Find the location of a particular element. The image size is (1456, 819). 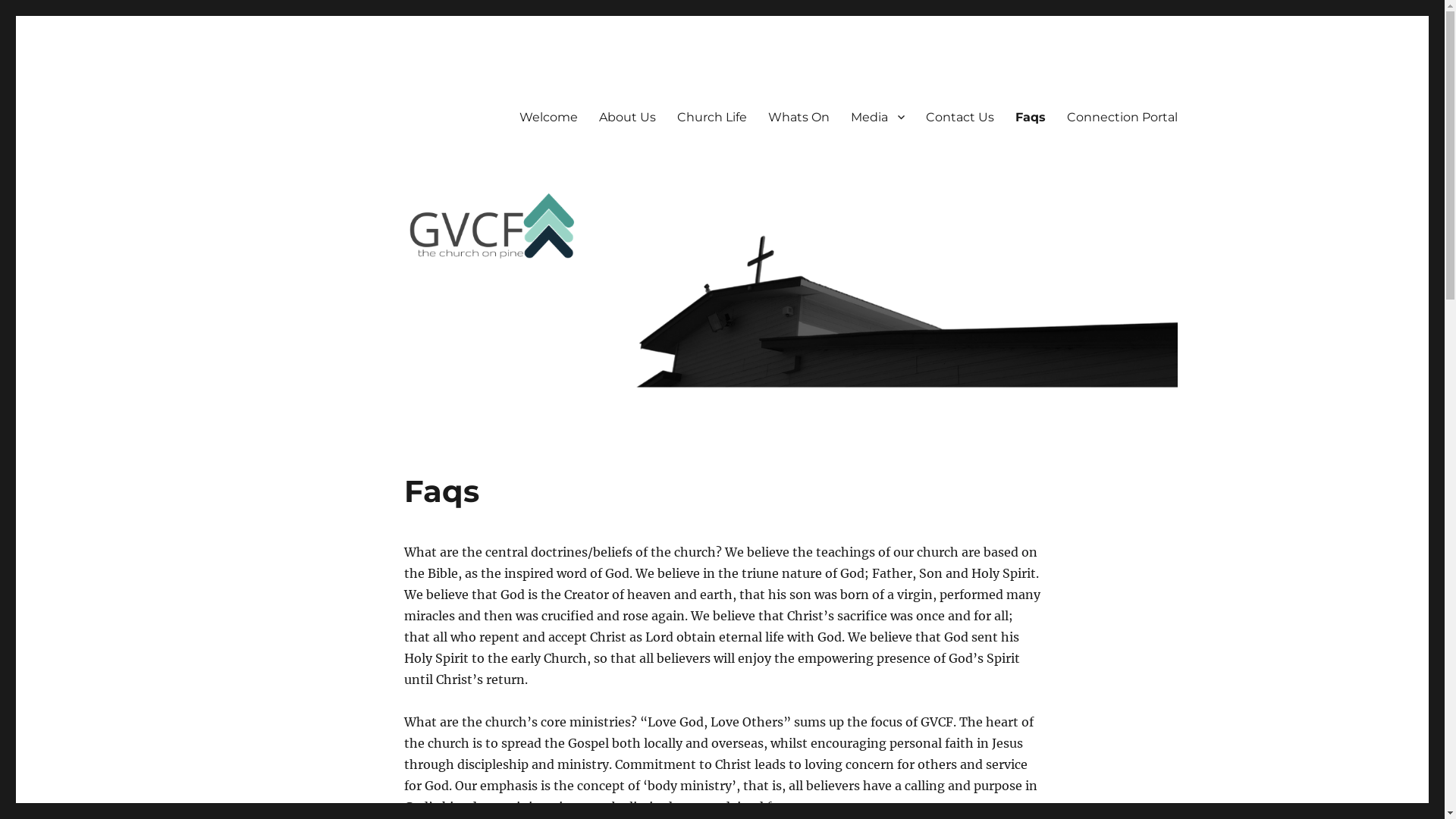

'Connection Portal' is located at coordinates (1121, 116).